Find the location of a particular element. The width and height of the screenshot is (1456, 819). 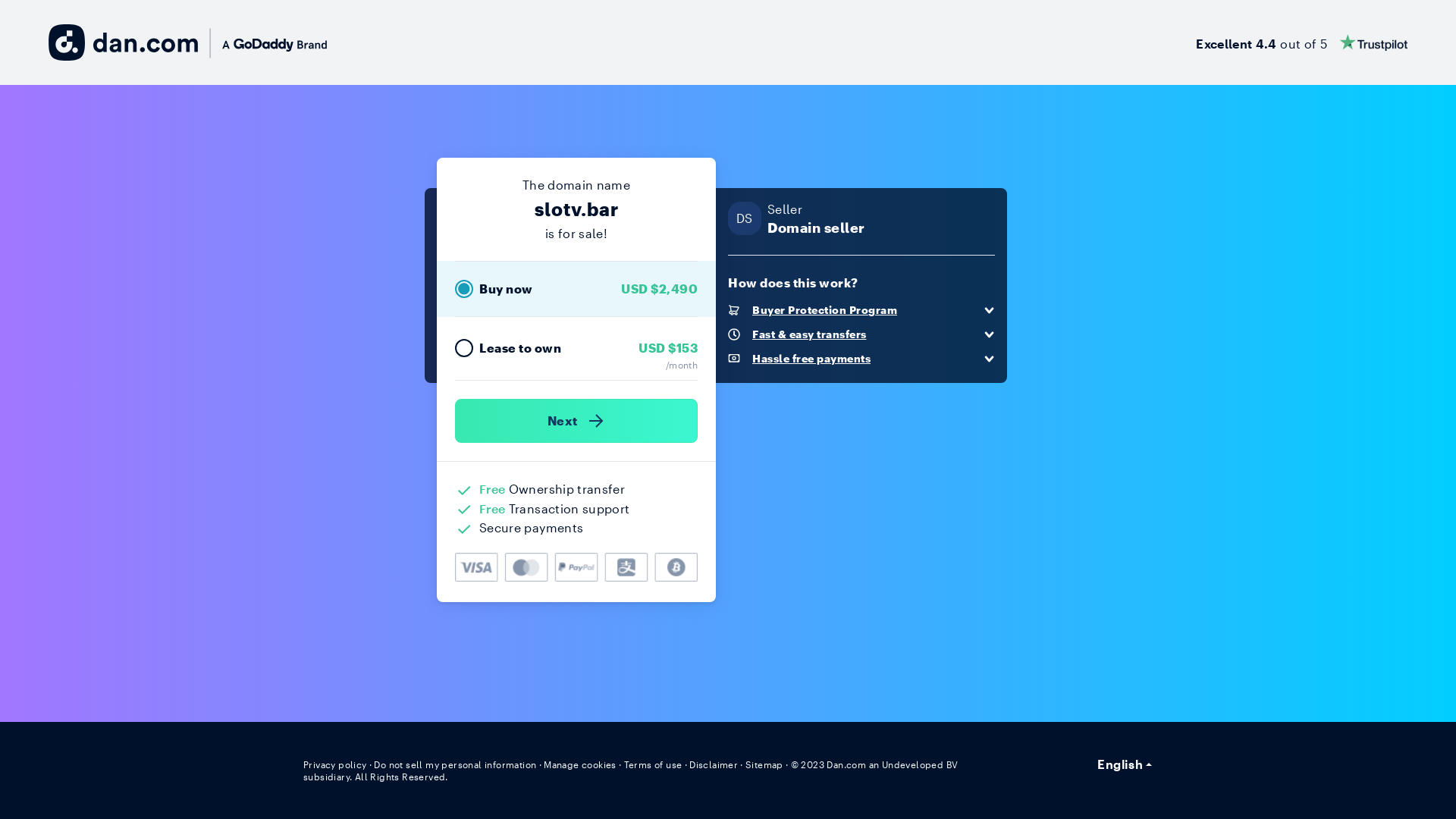

'Excellent 4.4 out of 5' is located at coordinates (1301, 42).